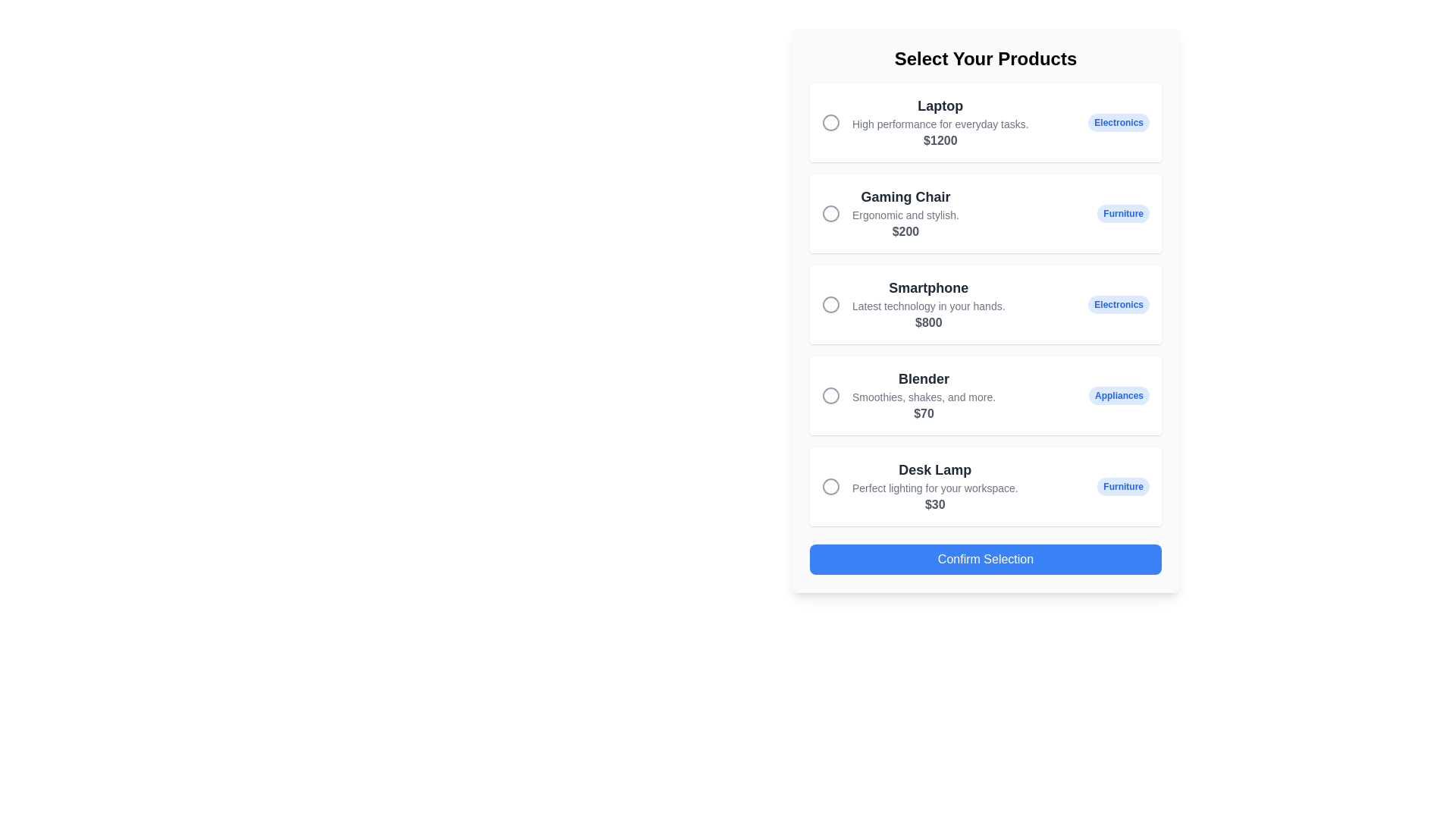 The width and height of the screenshot is (1456, 819). What do you see at coordinates (830, 486) in the screenshot?
I see `the circular radio button located to the left of the 'Desk Lamp' text` at bounding box center [830, 486].